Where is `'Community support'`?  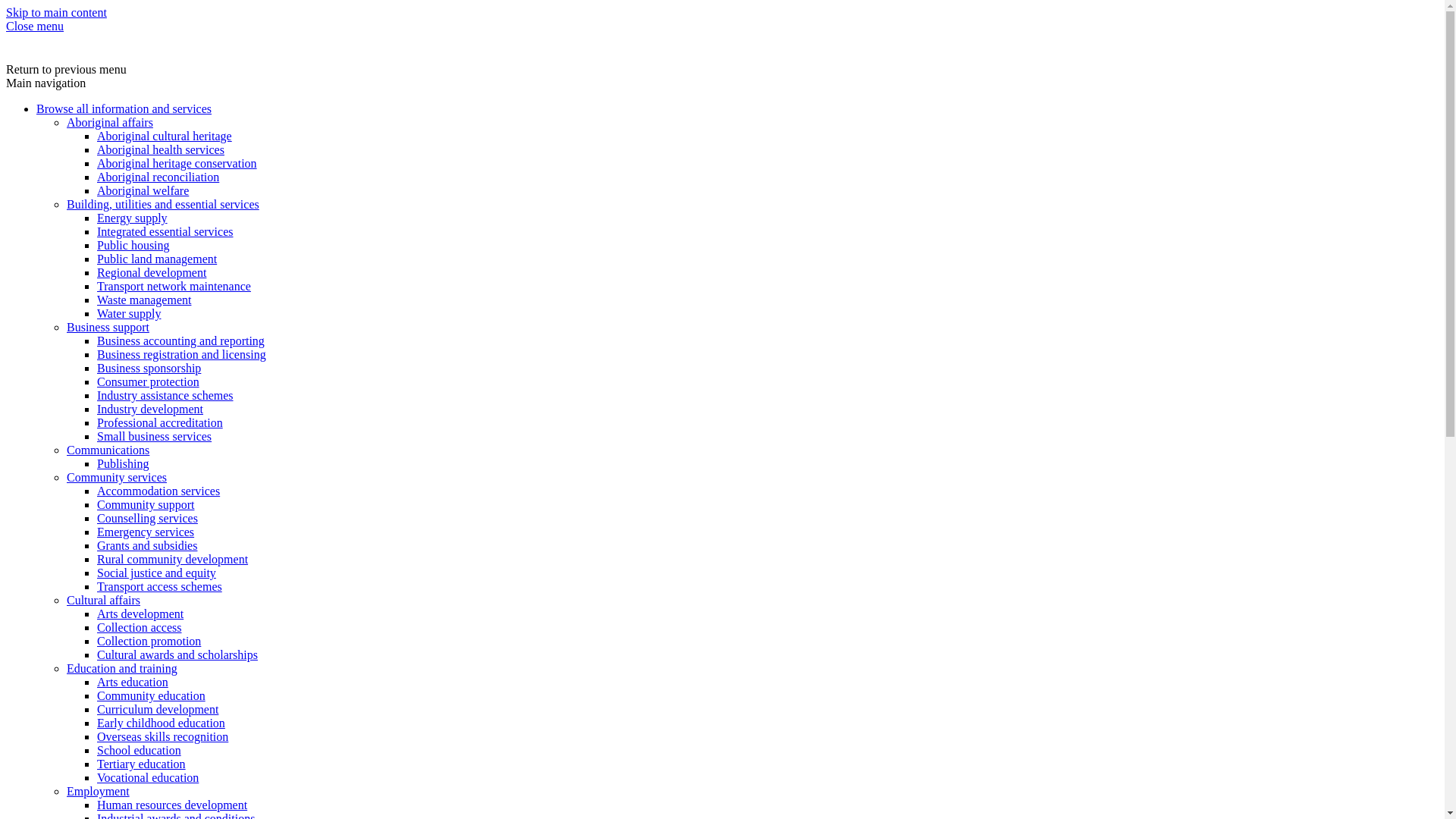 'Community support' is located at coordinates (96, 504).